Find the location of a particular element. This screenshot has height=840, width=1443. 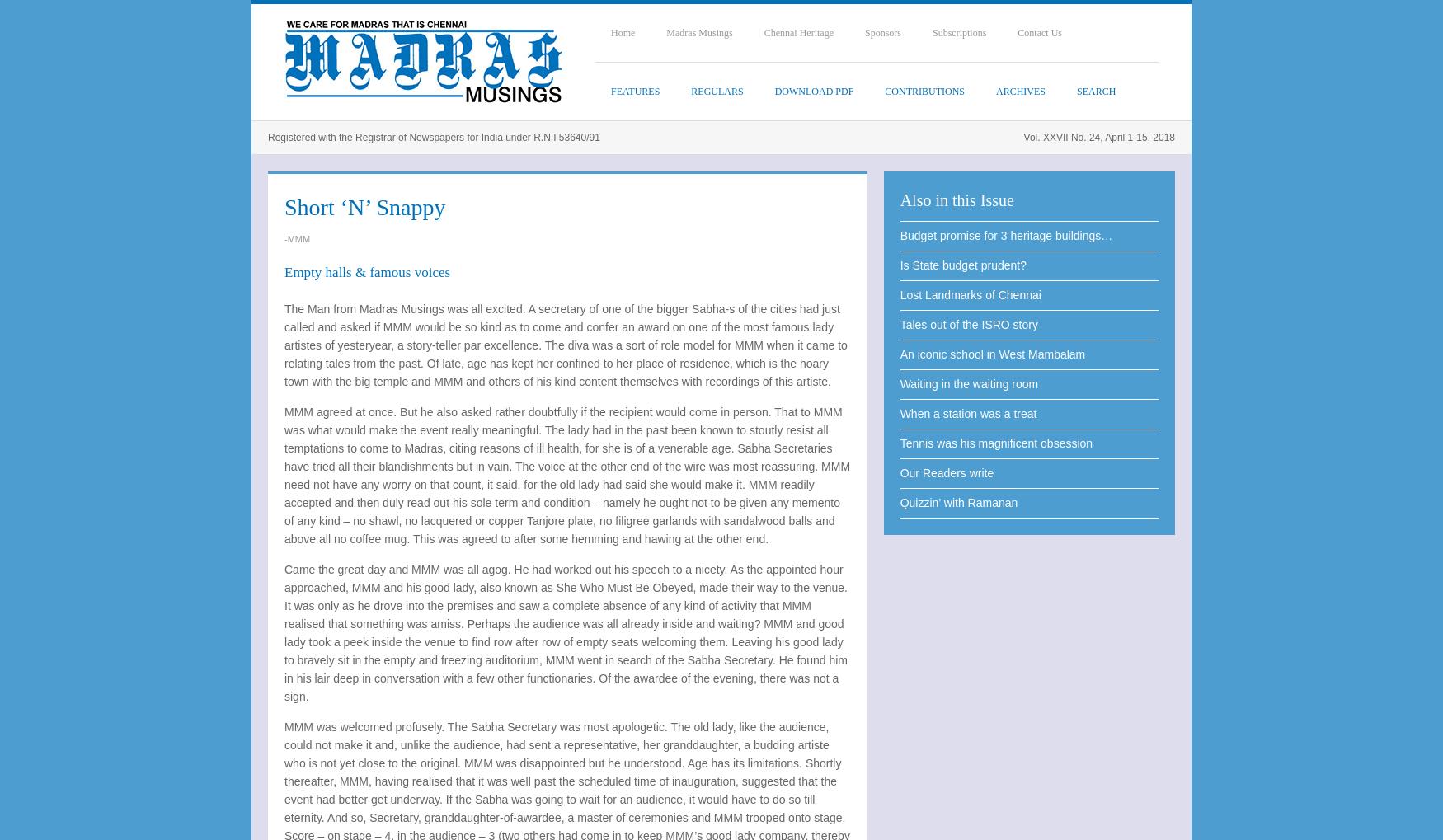

'Also in this Issue' is located at coordinates (899, 200).